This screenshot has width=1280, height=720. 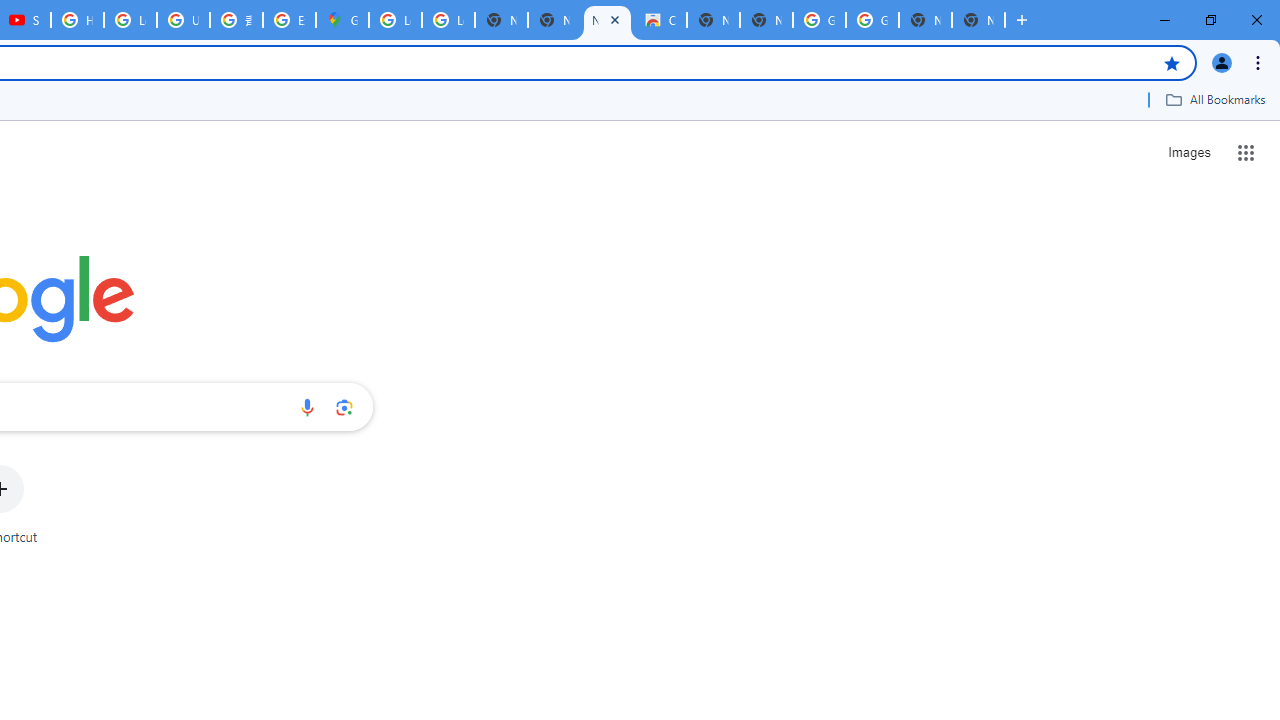 I want to click on 'Google Images', so click(x=819, y=20).